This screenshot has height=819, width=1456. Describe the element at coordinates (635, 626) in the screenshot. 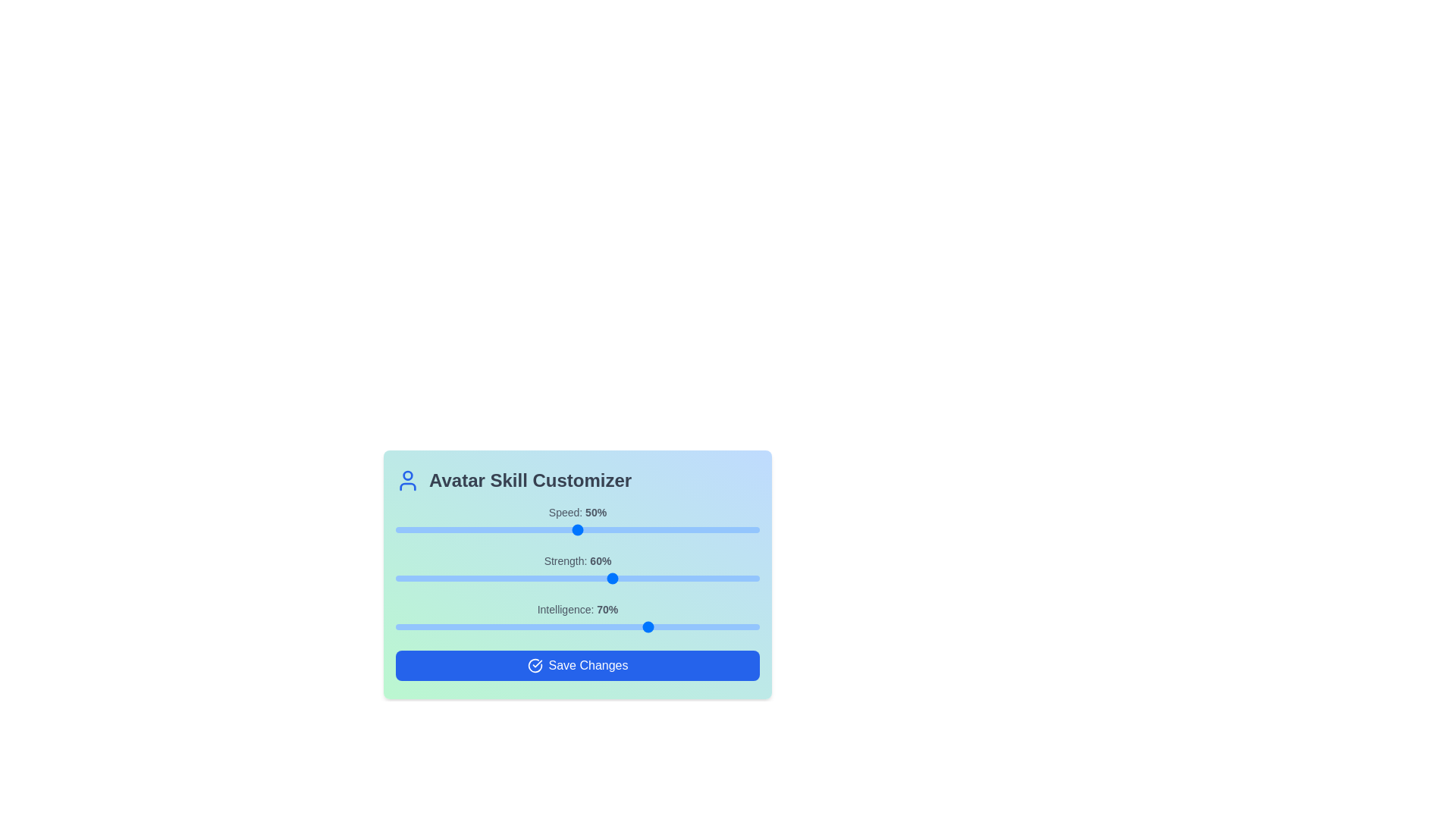

I see `intelligence level` at that location.